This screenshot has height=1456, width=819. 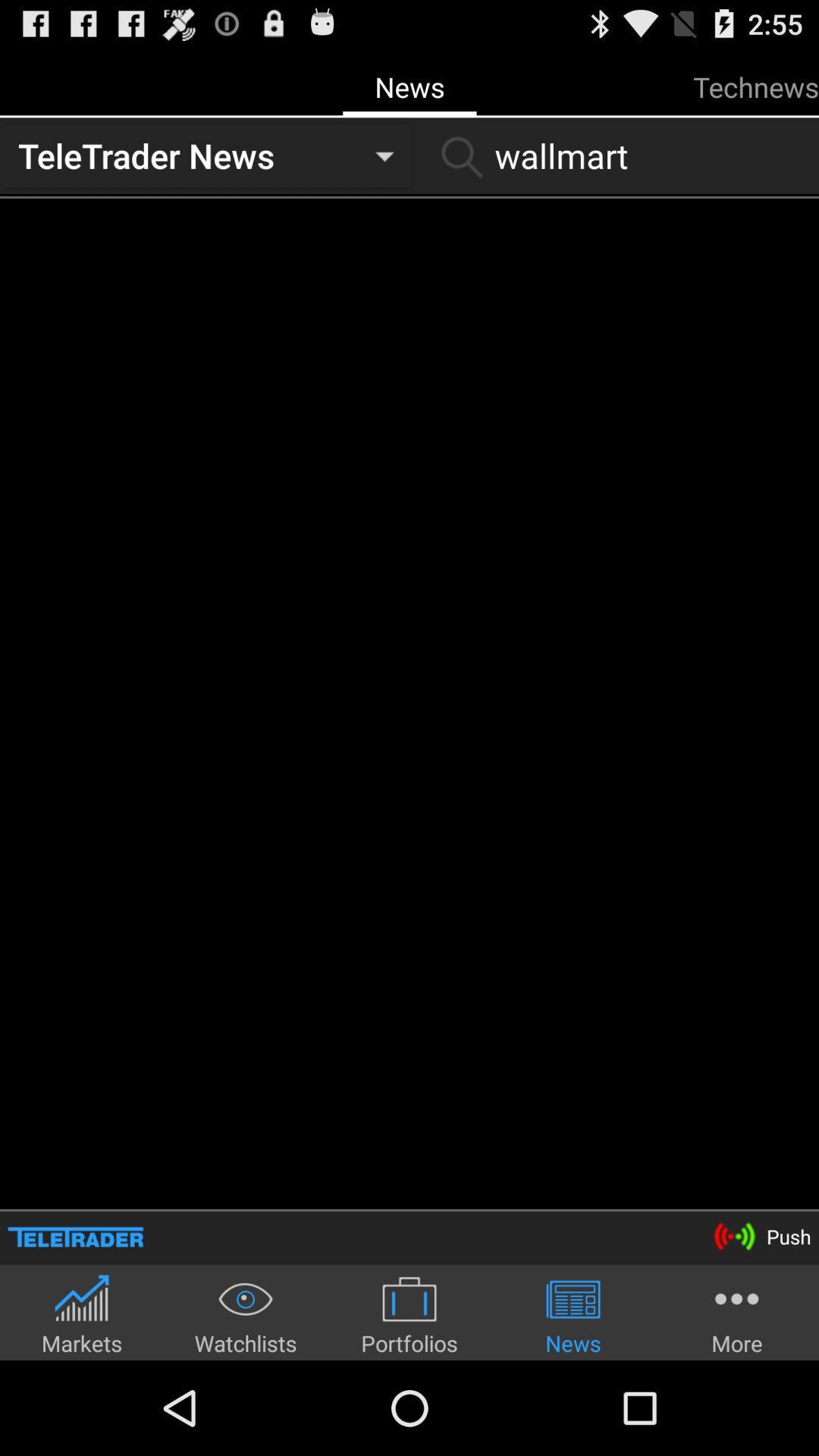 What do you see at coordinates (75, 1323) in the screenshot?
I see `the date_range icon` at bounding box center [75, 1323].